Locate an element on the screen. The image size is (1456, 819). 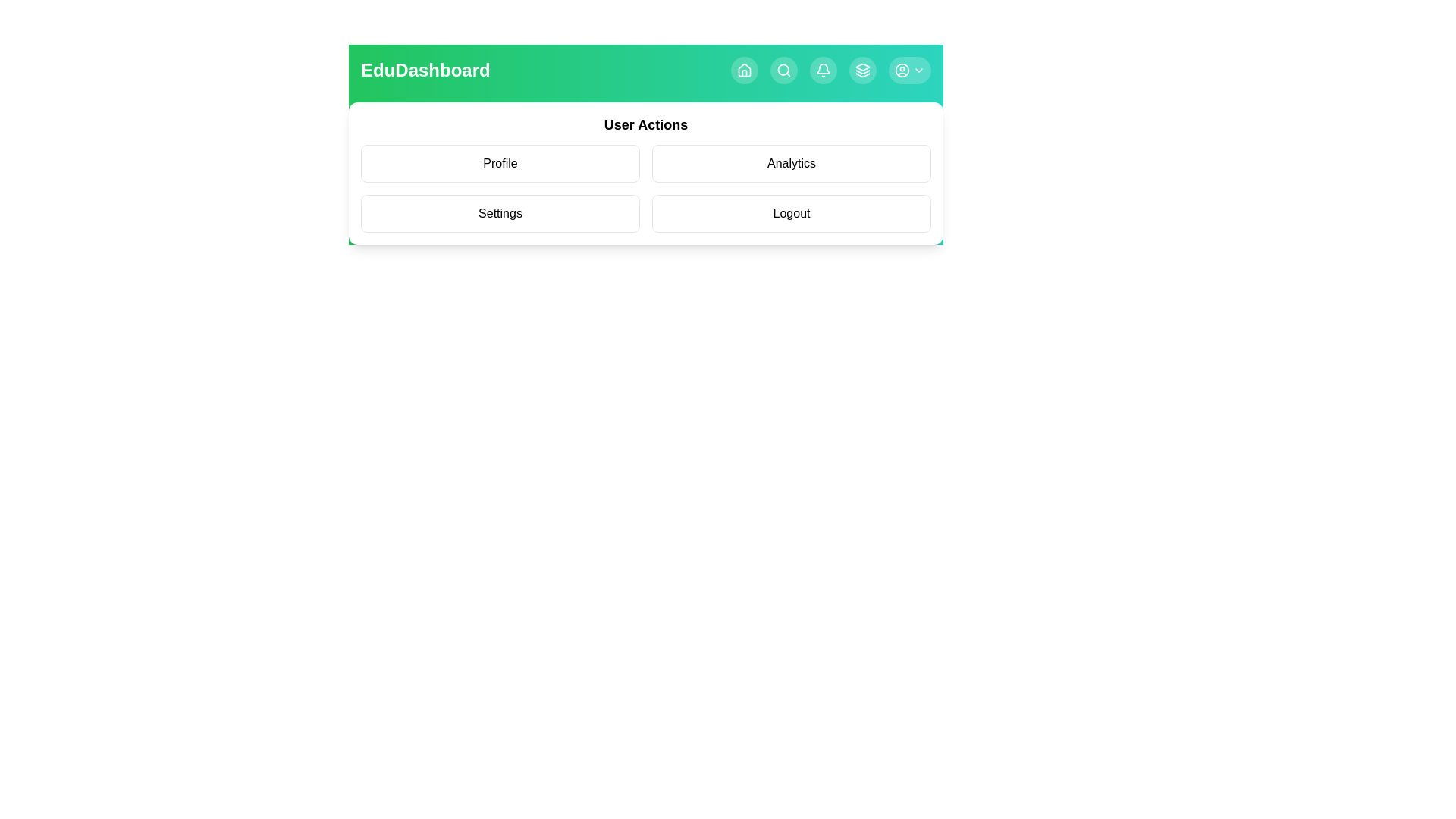
the navigation button Home is located at coordinates (745, 70).